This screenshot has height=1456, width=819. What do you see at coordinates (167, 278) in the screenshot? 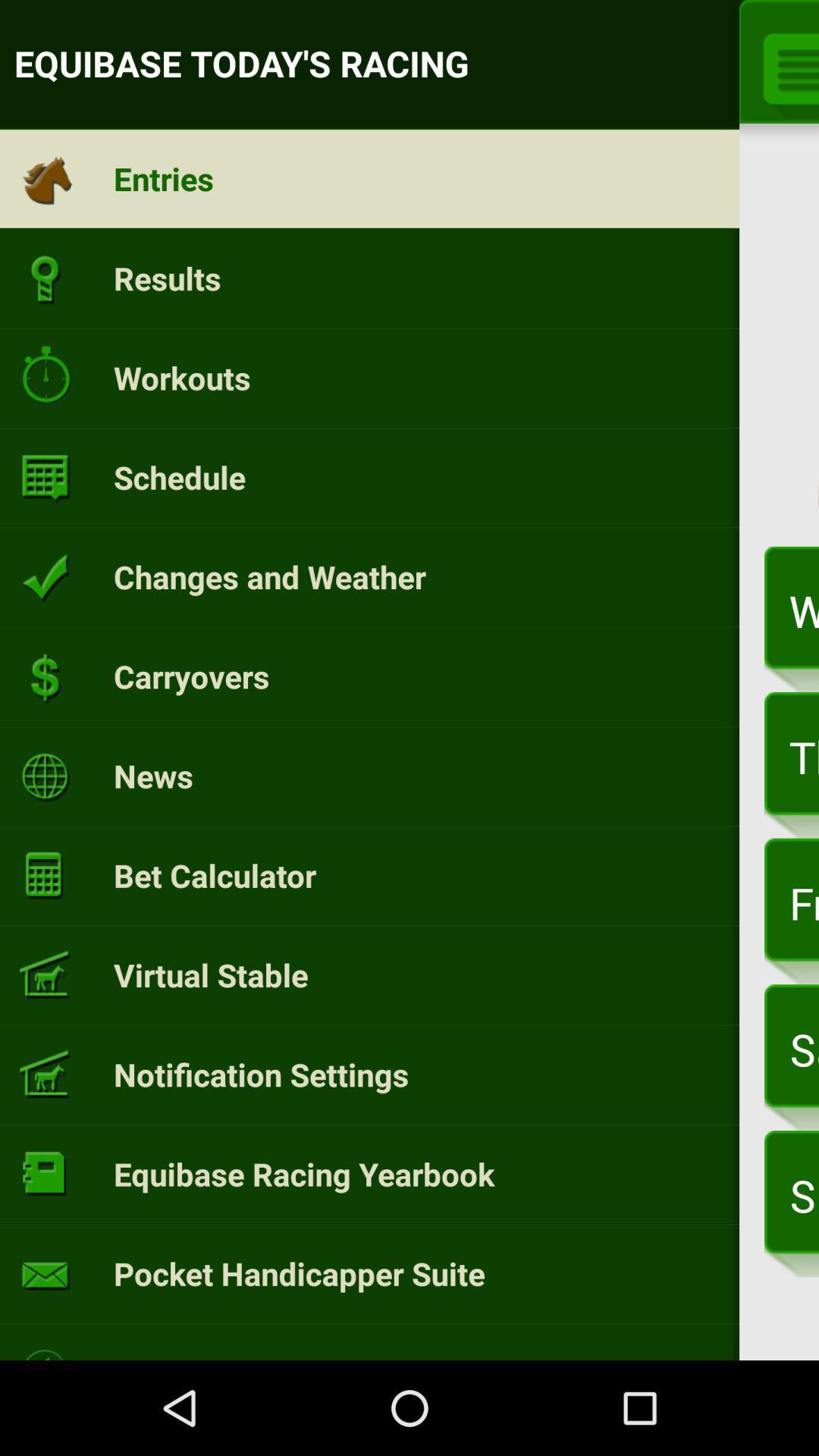
I see `the results icon` at bounding box center [167, 278].